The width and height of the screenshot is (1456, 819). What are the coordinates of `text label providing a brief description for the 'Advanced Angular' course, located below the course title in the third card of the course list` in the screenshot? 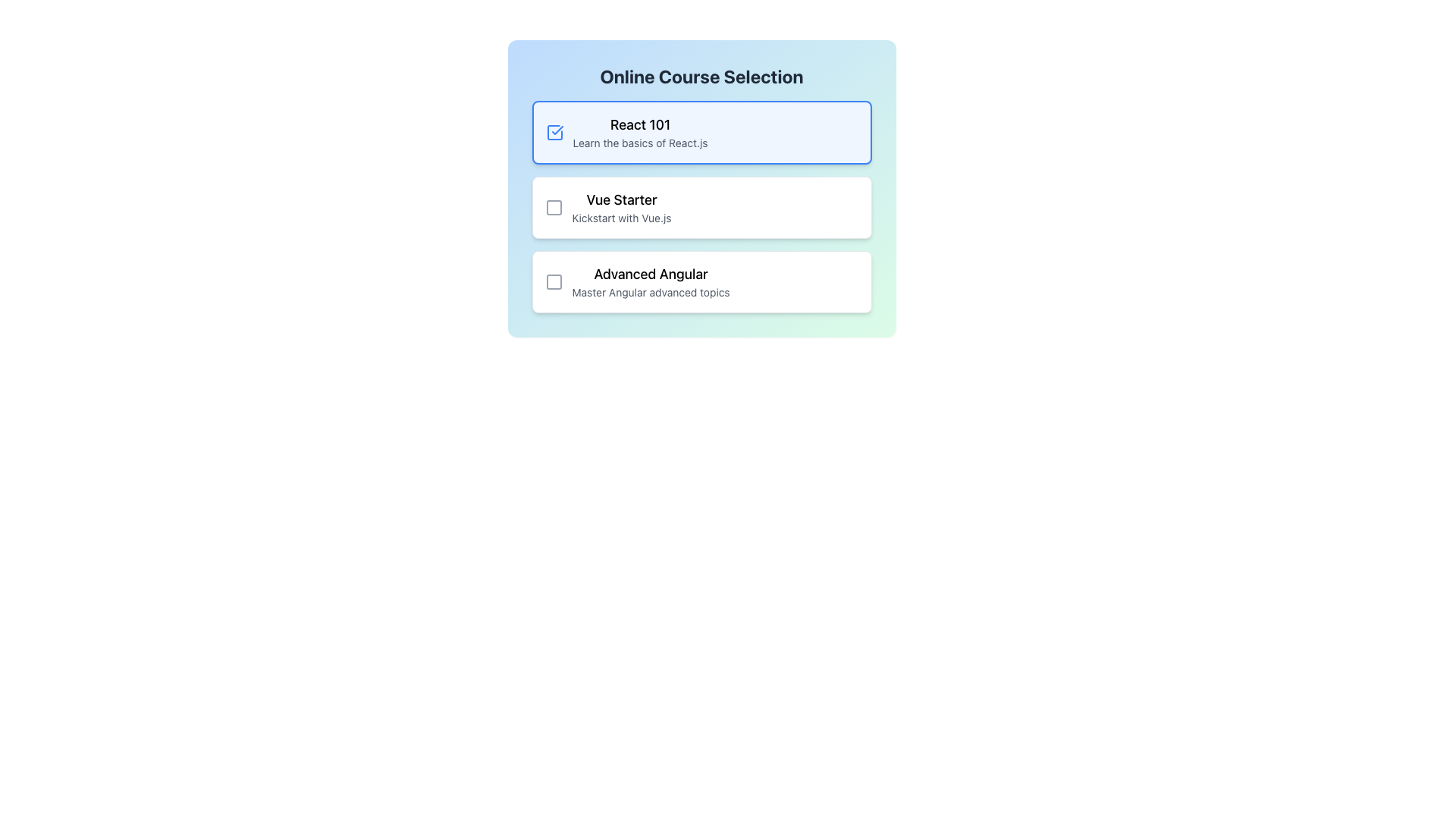 It's located at (651, 292).